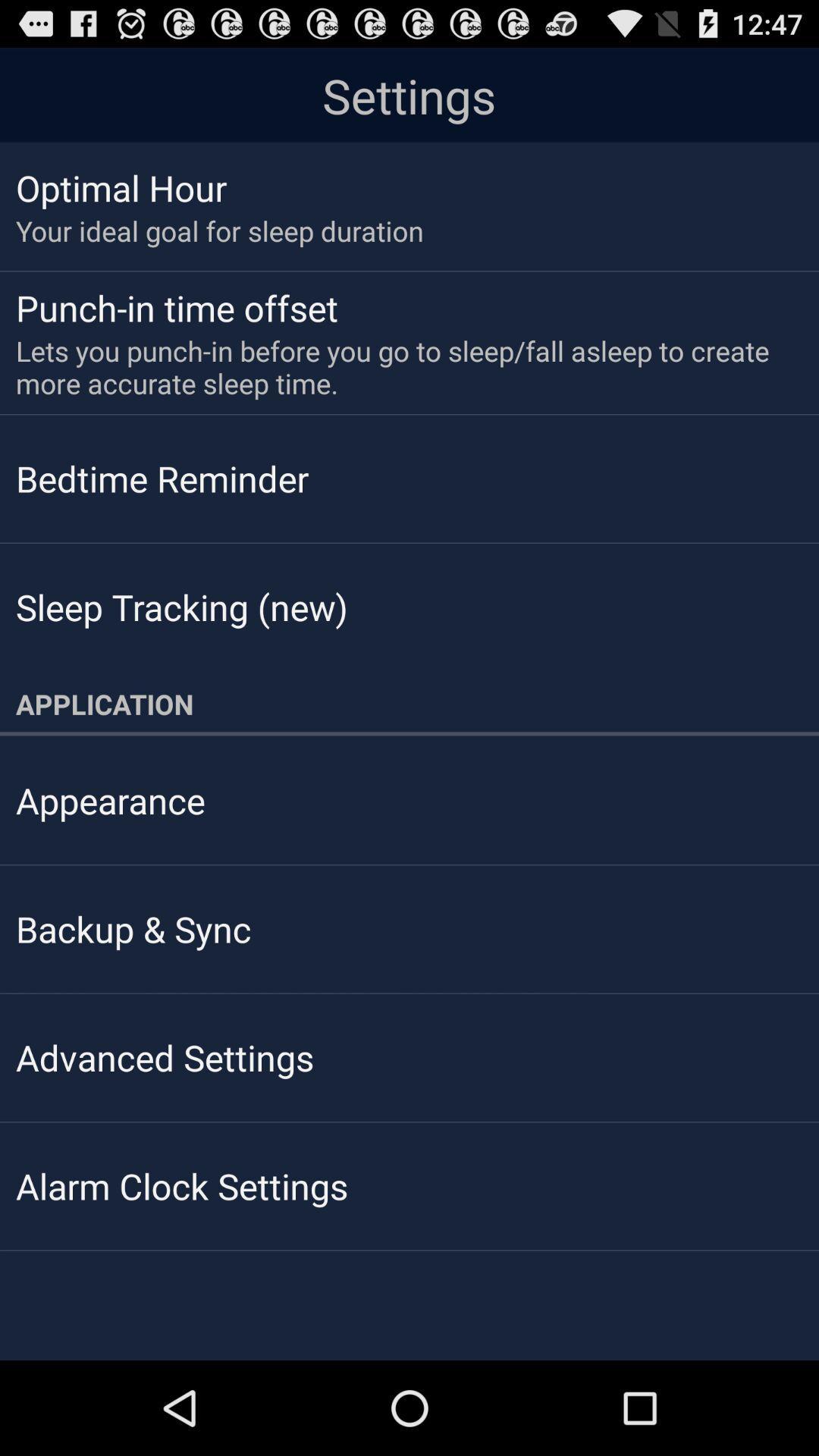  I want to click on the icon above the bedtime reminder app, so click(398, 367).